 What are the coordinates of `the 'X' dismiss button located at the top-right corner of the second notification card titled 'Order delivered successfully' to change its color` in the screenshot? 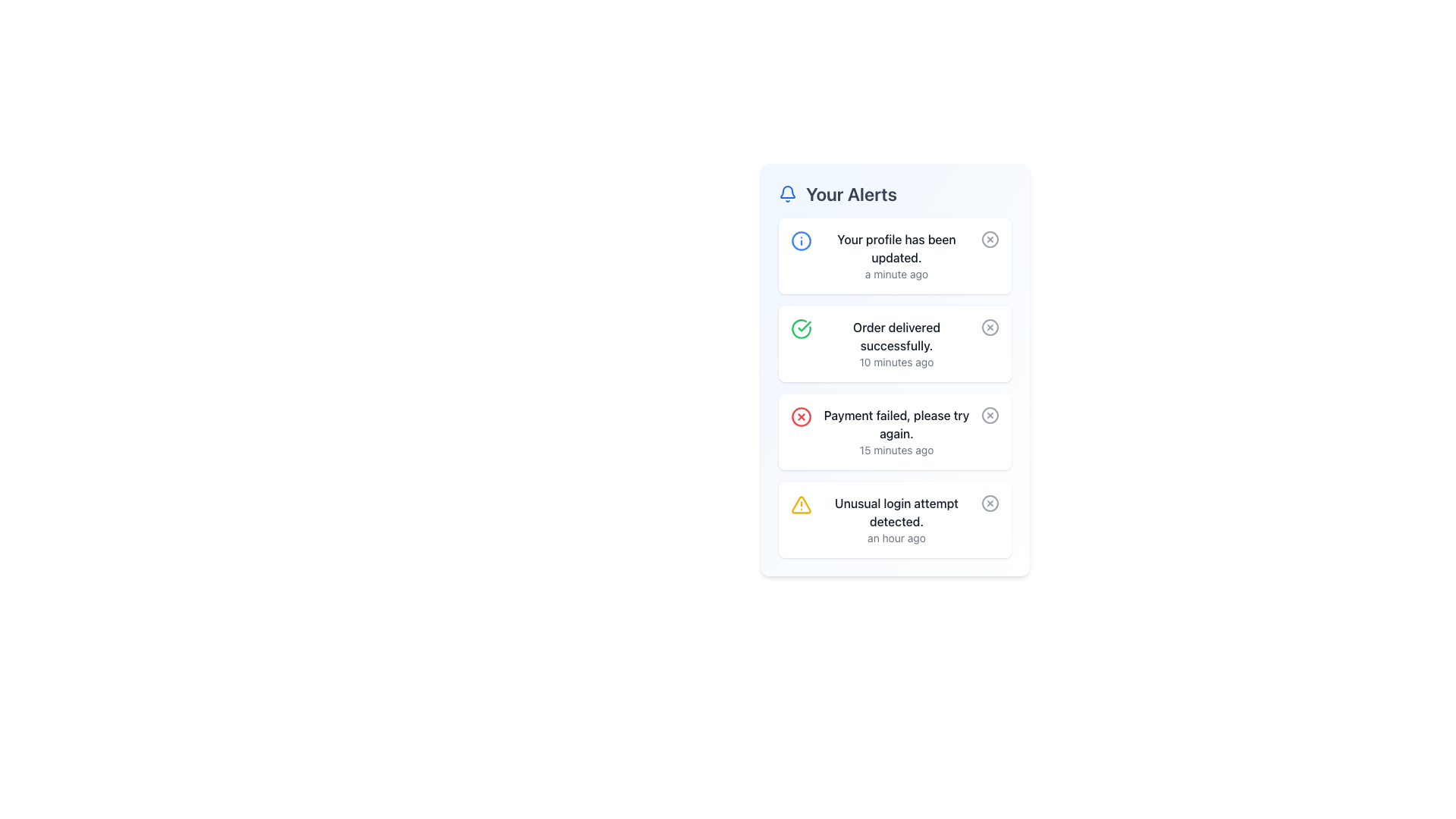 It's located at (990, 327).